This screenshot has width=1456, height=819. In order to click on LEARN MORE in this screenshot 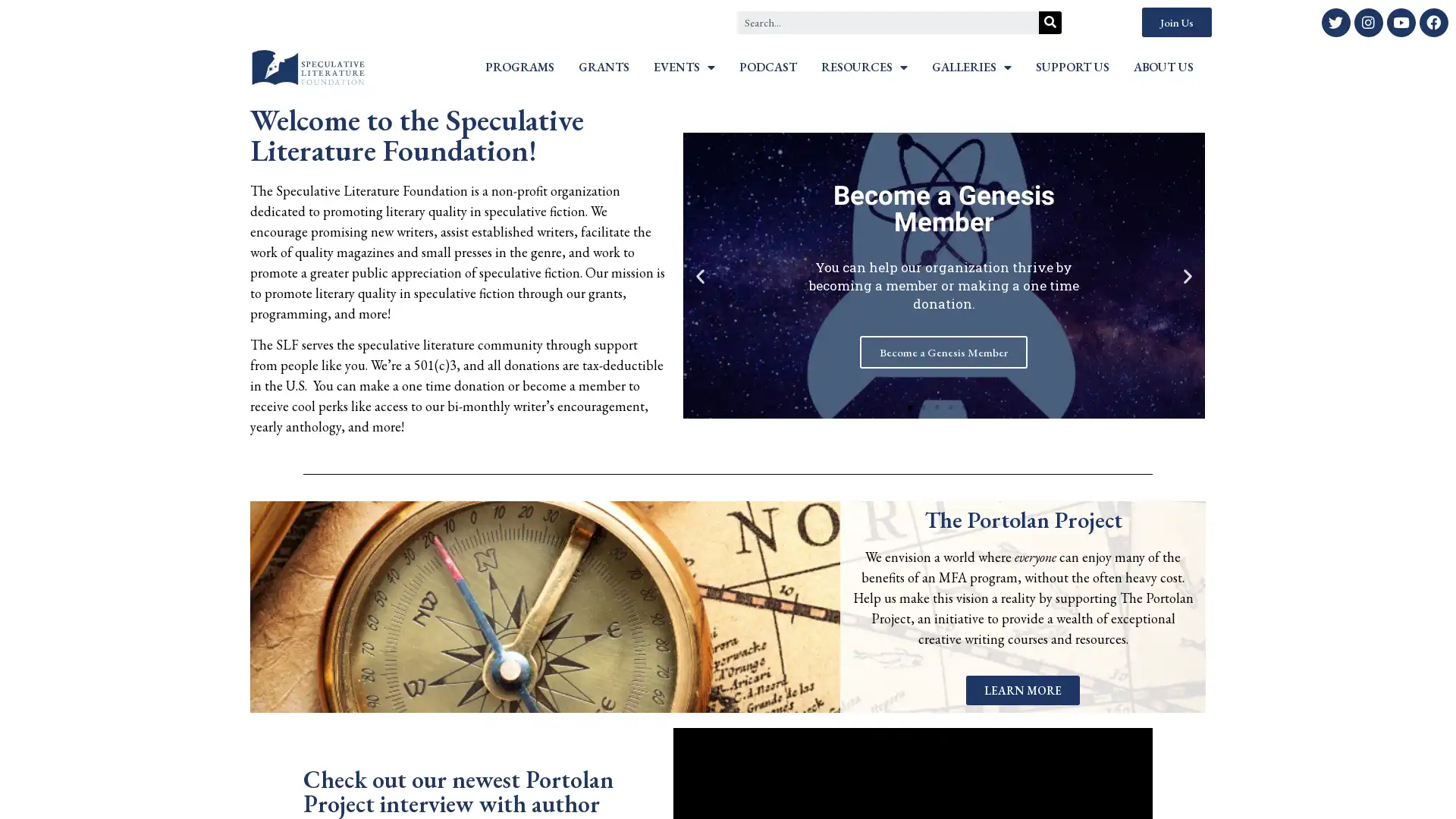, I will do `click(1022, 689)`.